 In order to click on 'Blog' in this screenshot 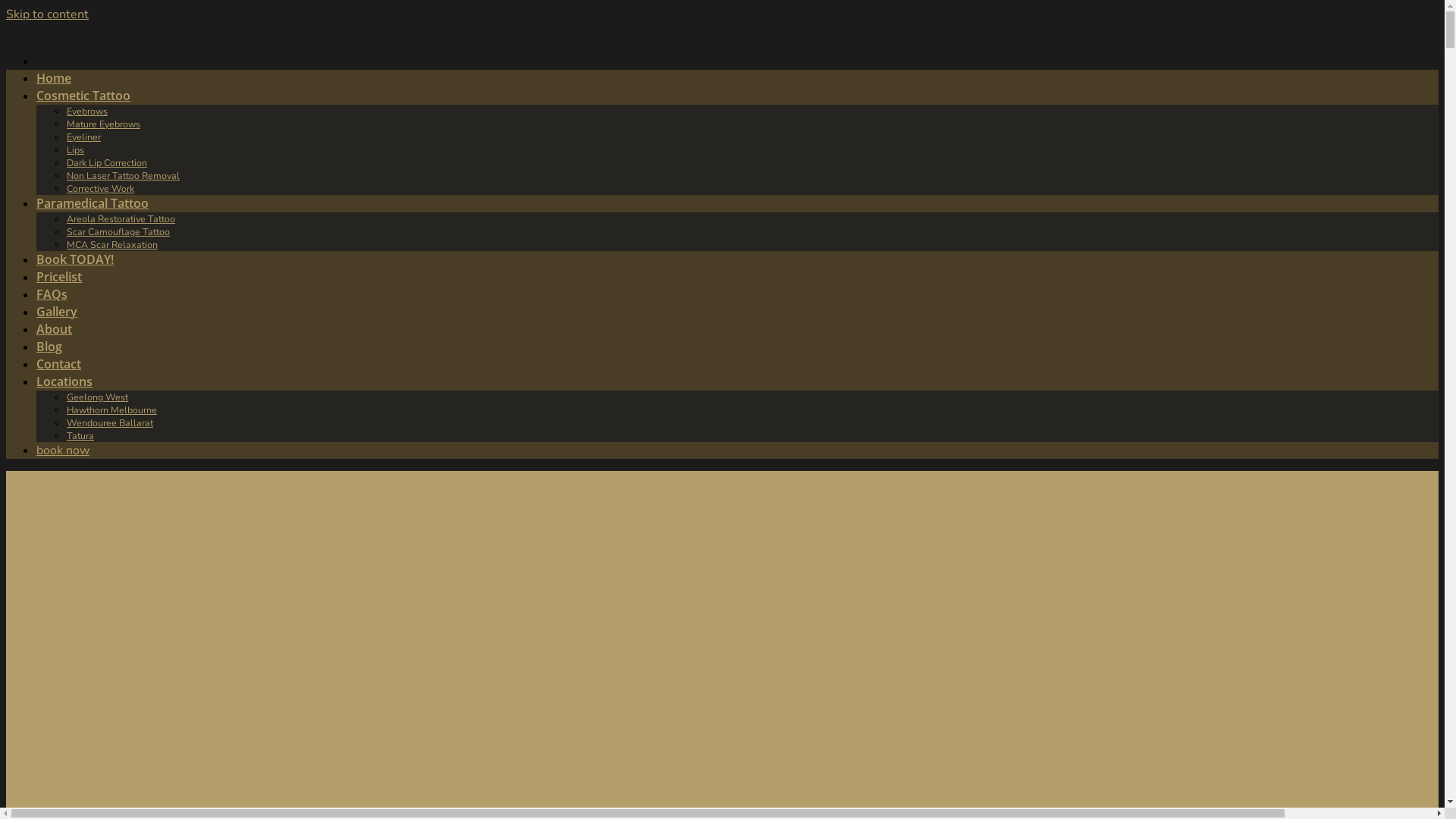, I will do `click(49, 346)`.